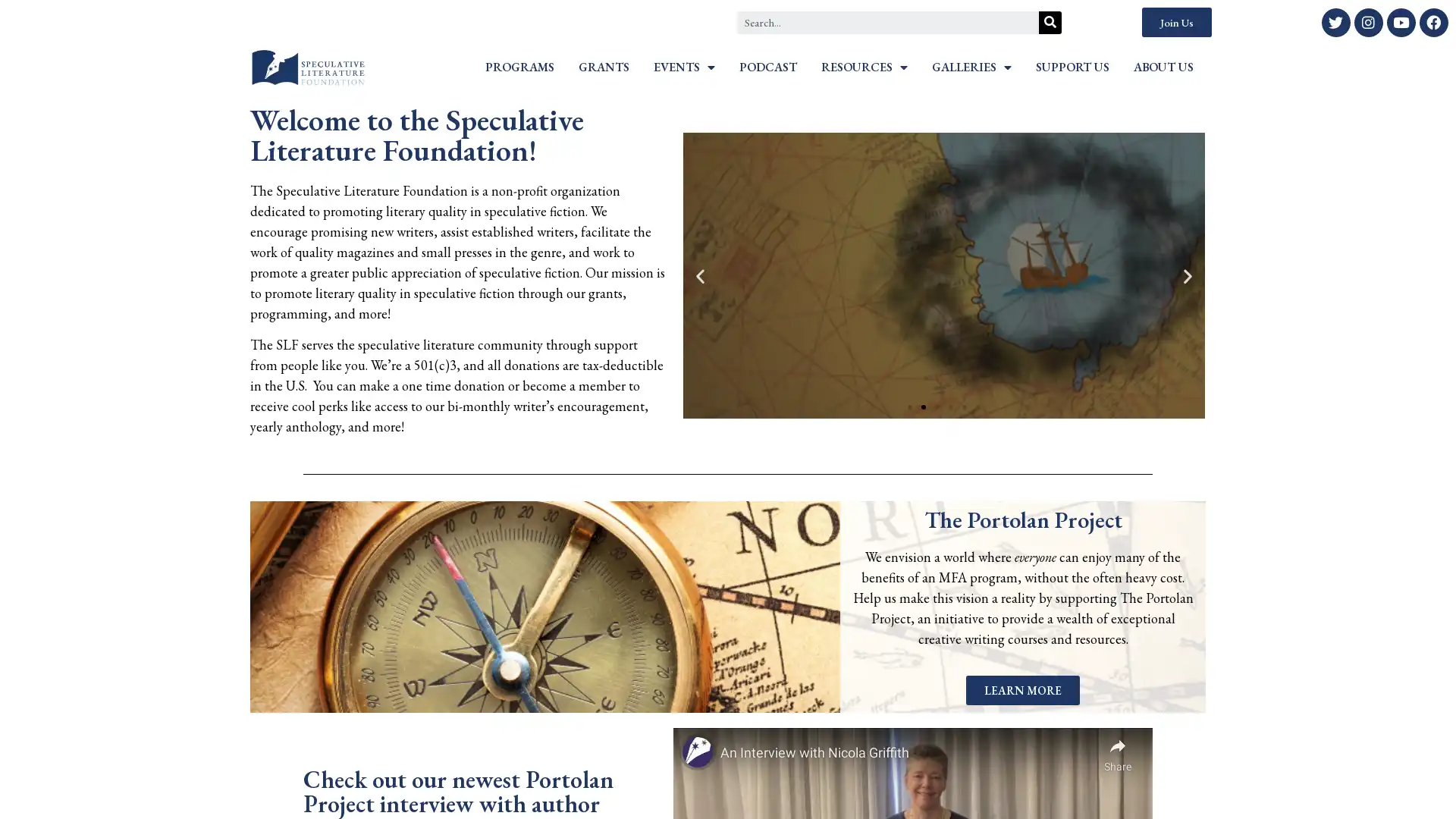  Describe the element at coordinates (1022, 689) in the screenshot. I see `LEARN MORE` at that location.